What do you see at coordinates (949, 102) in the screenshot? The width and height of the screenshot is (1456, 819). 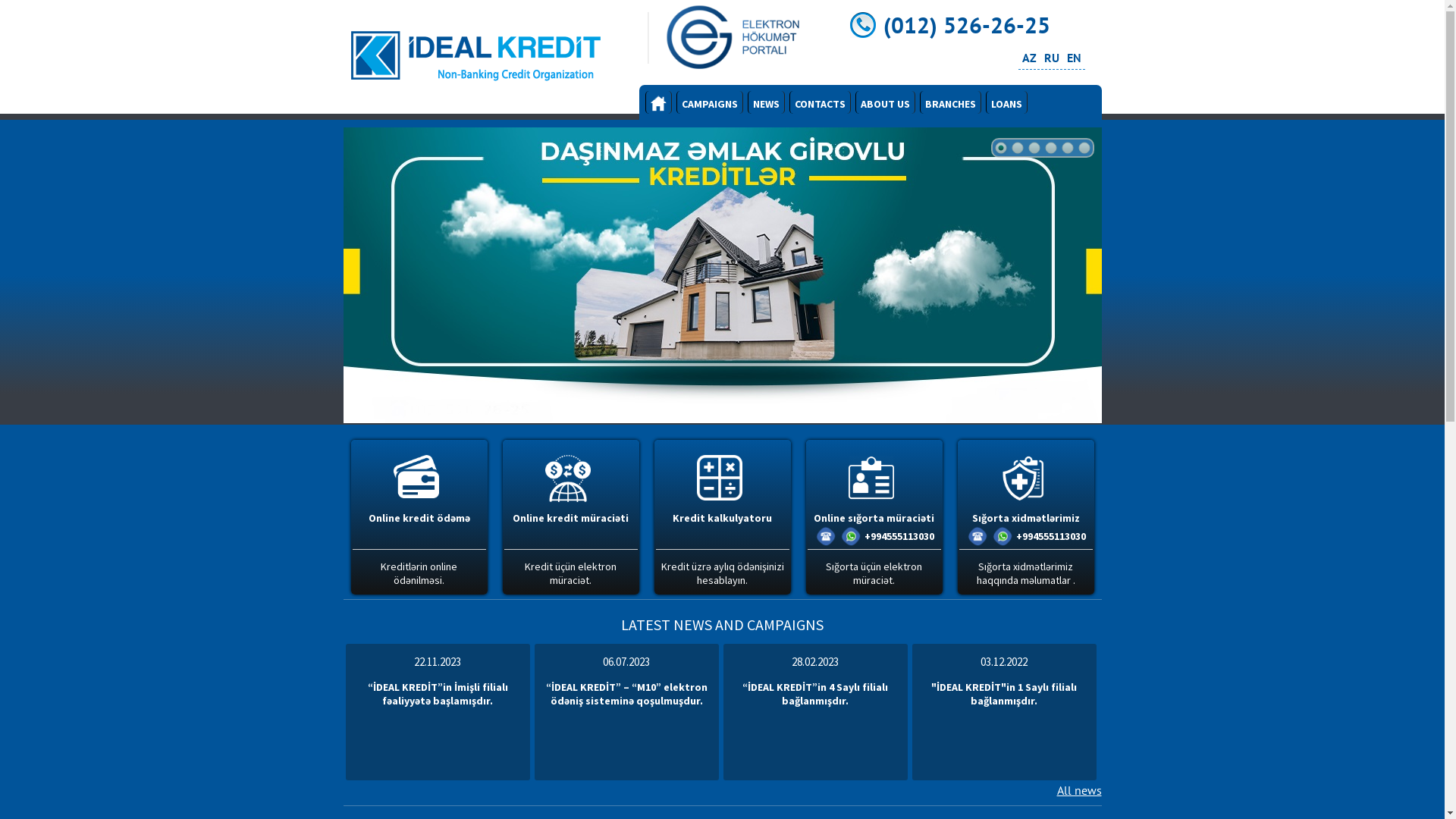 I see `'BRANCHES'` at bounding box center [949, 102].